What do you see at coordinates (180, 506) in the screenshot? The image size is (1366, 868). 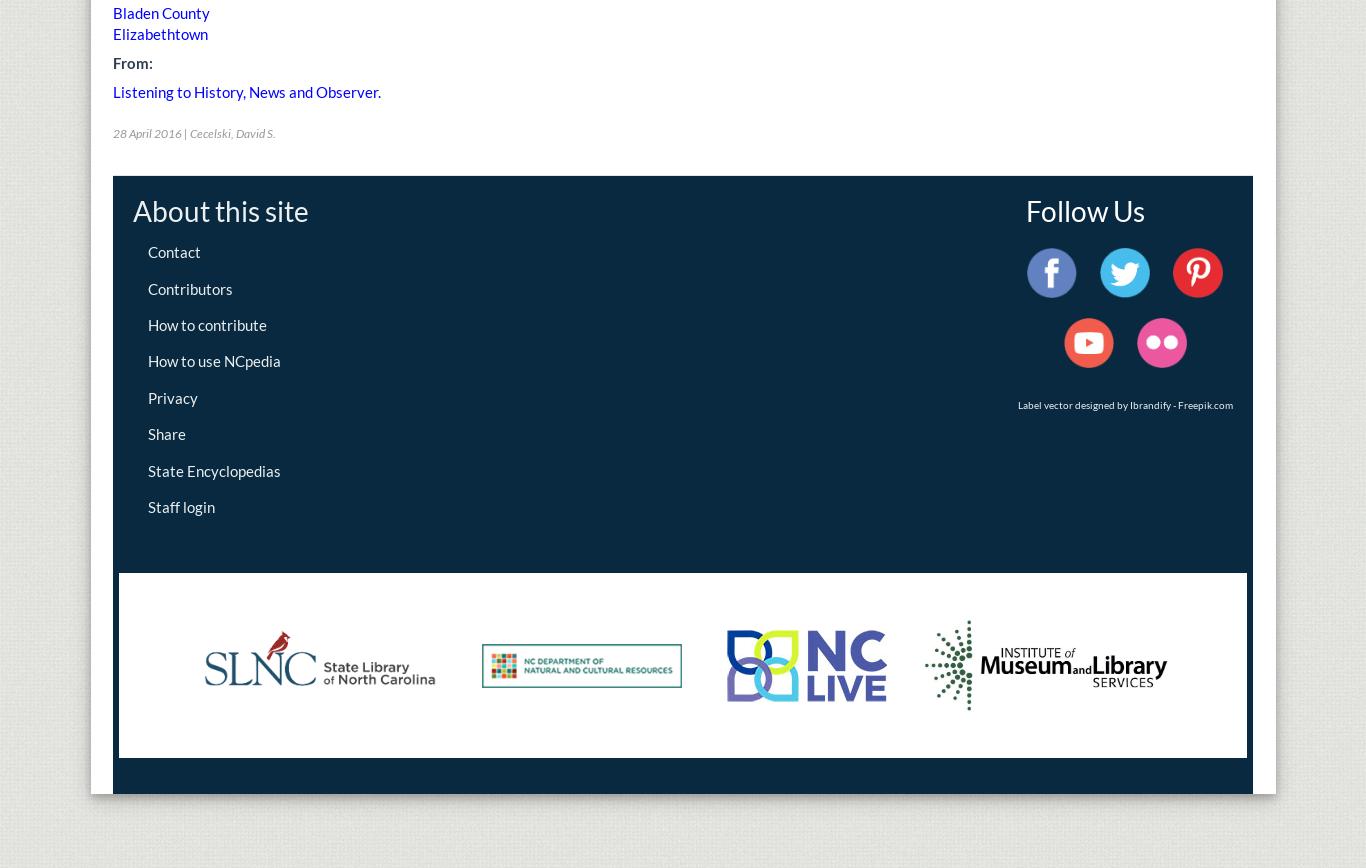 I see `'Staff login'` at bounding box center [180, 506].